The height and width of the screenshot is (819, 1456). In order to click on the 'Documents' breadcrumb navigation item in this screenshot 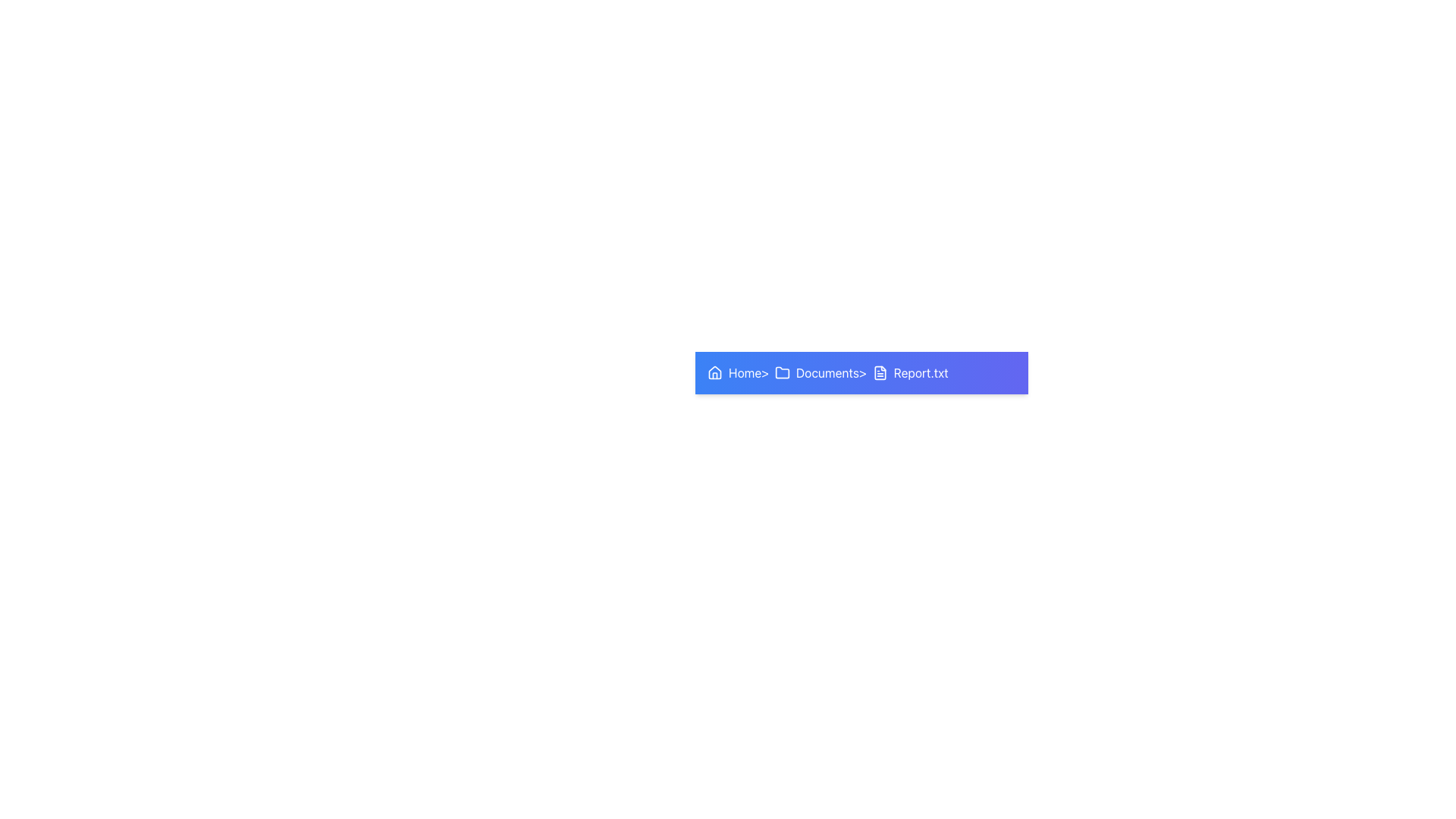, I will do `click(815, 373)`.